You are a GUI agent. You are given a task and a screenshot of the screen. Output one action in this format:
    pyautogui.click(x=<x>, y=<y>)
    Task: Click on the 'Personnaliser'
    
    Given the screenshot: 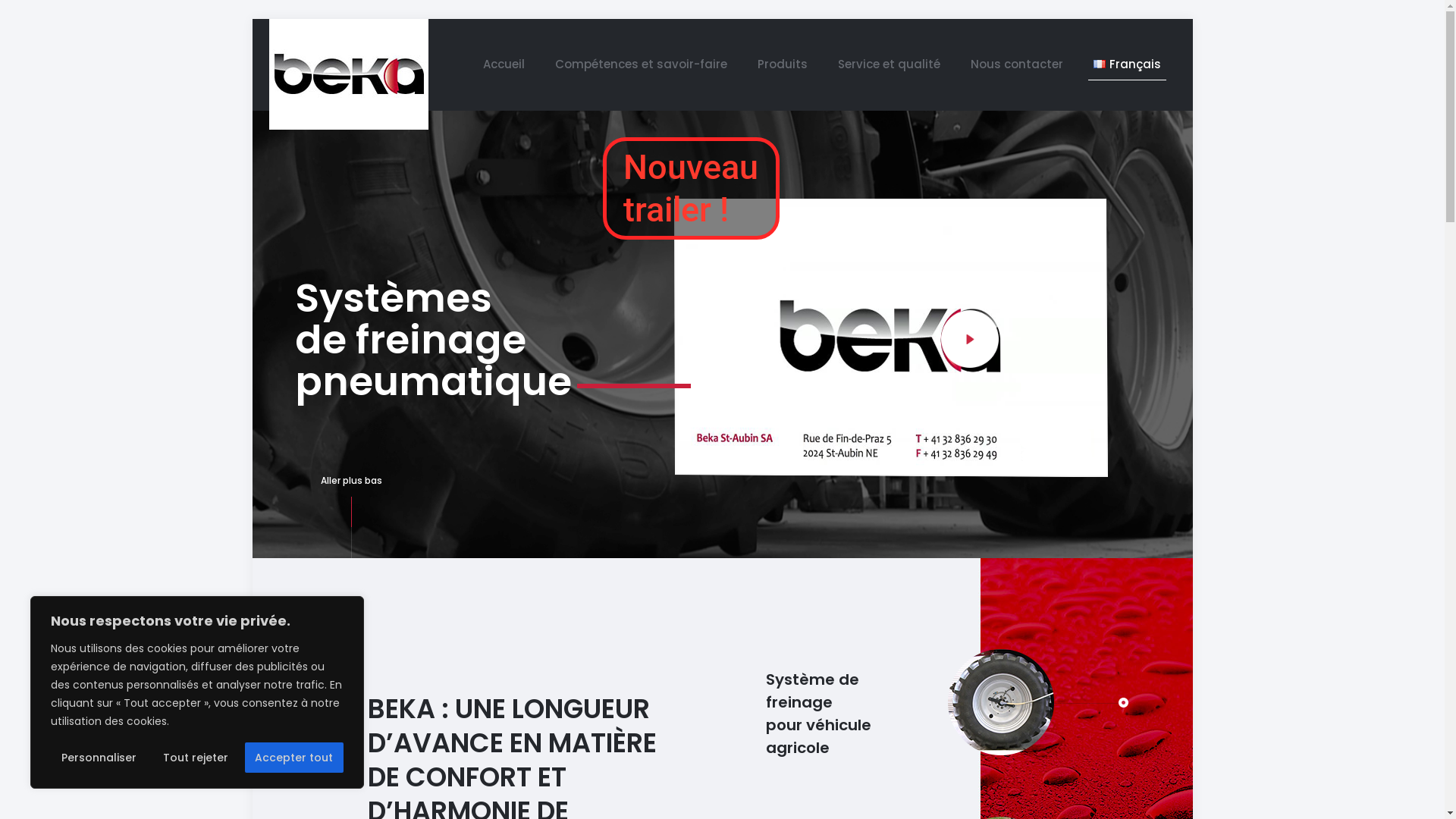 What is the action you would take?
    pyautogui.click(x=97, y=758)
    